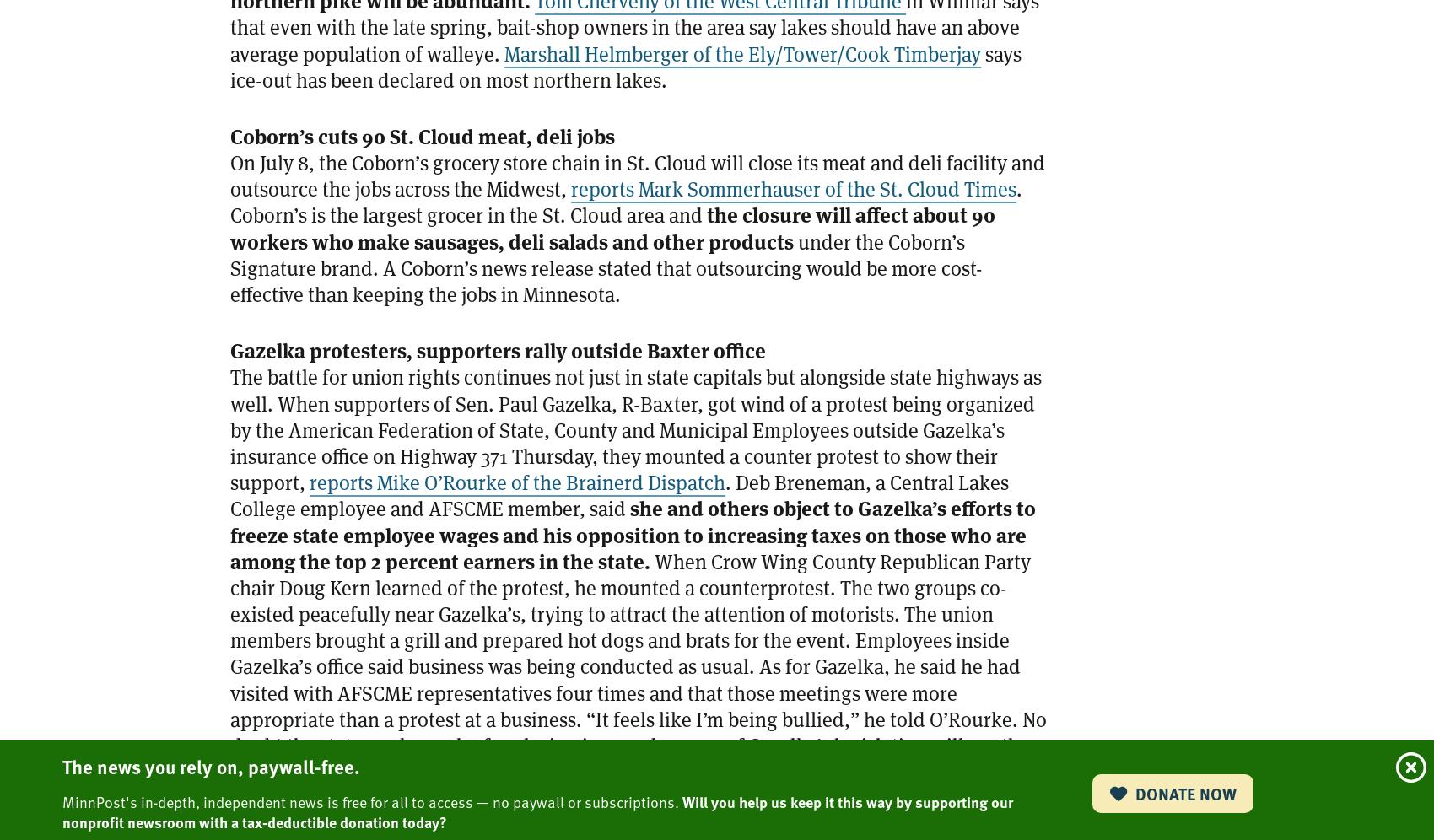 This screenshot has height=840, width=1434. What do you see at coordinates (309, 482) in the screenshot?
I see `'reports Mike O’Rourke of the Brainerd Dispatch'` at bounding box center [309, 482].